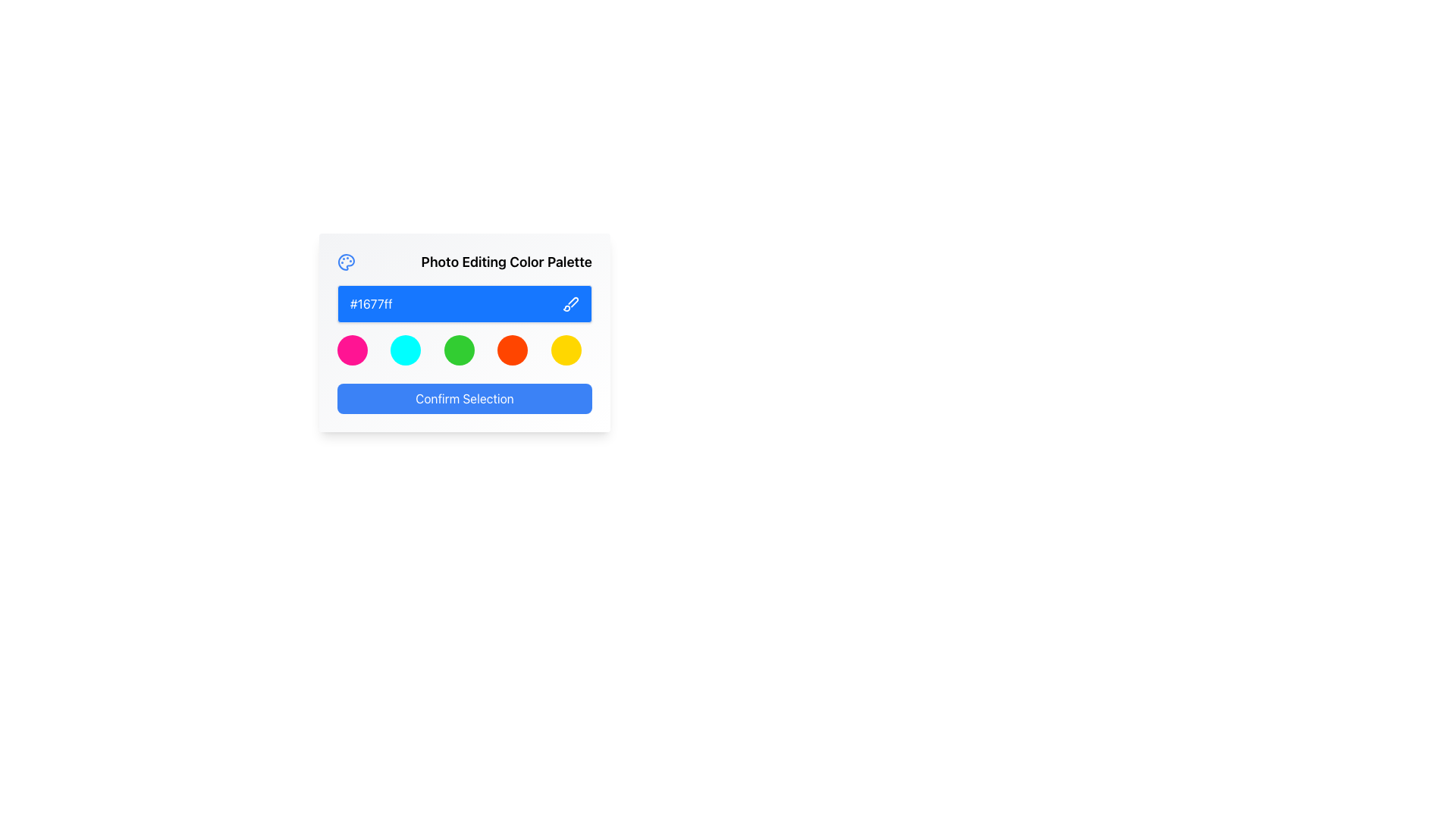  I want to click on the rectangular button with rounded corners labeled 'Confirm Selection', so click(464, 397).